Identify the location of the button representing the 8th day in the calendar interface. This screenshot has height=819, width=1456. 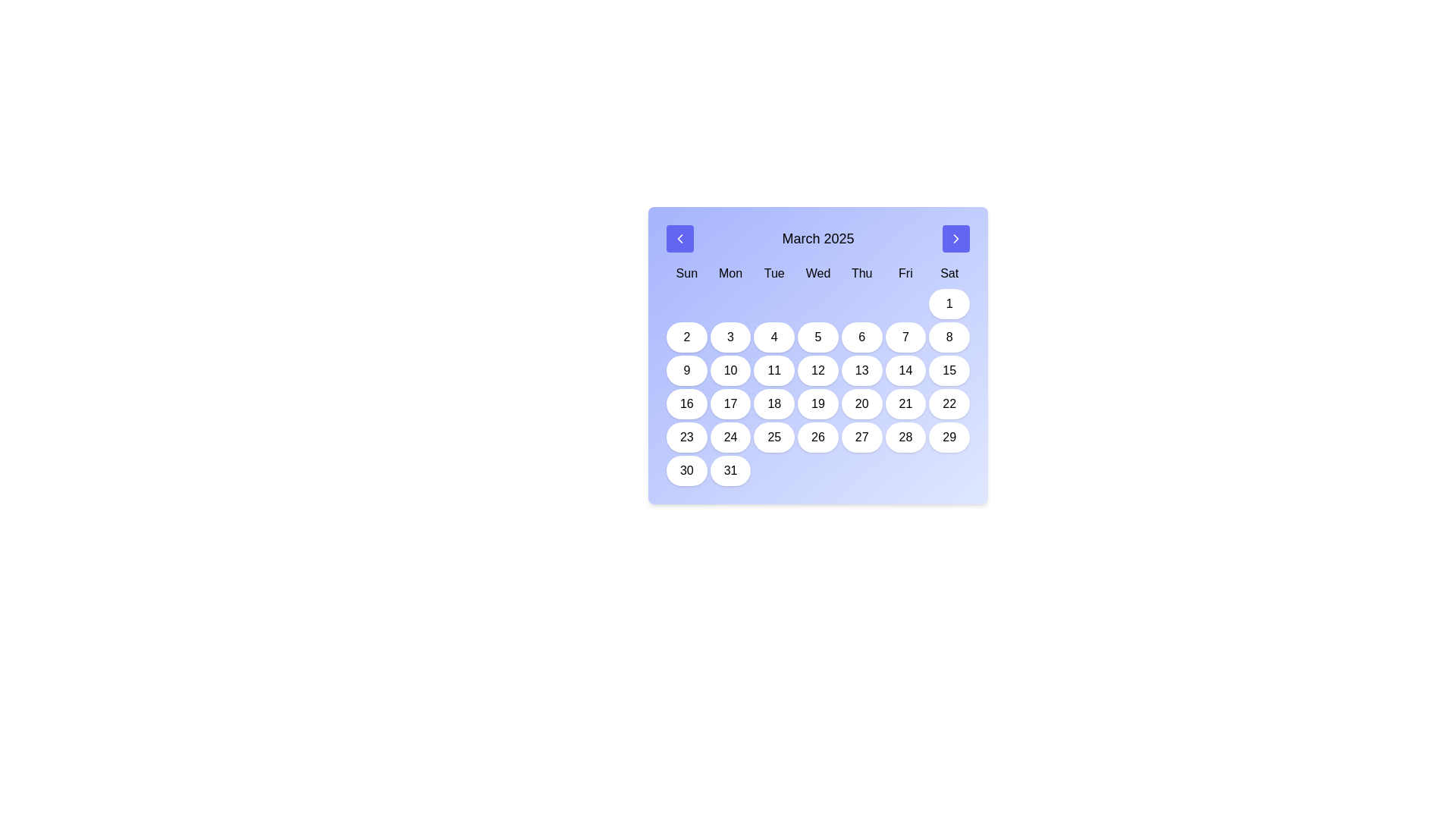
(949, 336).